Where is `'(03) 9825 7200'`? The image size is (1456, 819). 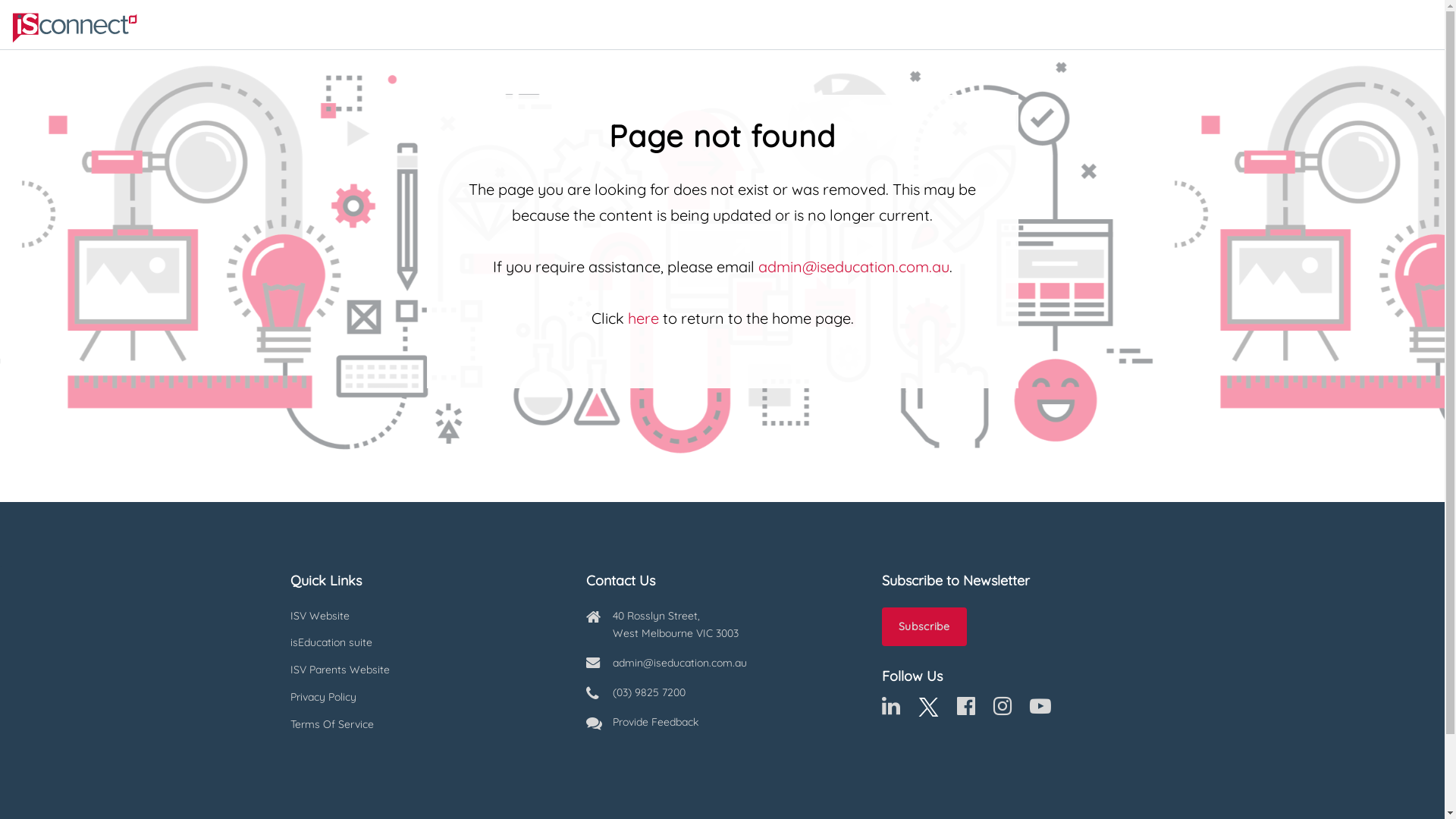
'(03) 9825 7200' is located at coordinates (648, 692).